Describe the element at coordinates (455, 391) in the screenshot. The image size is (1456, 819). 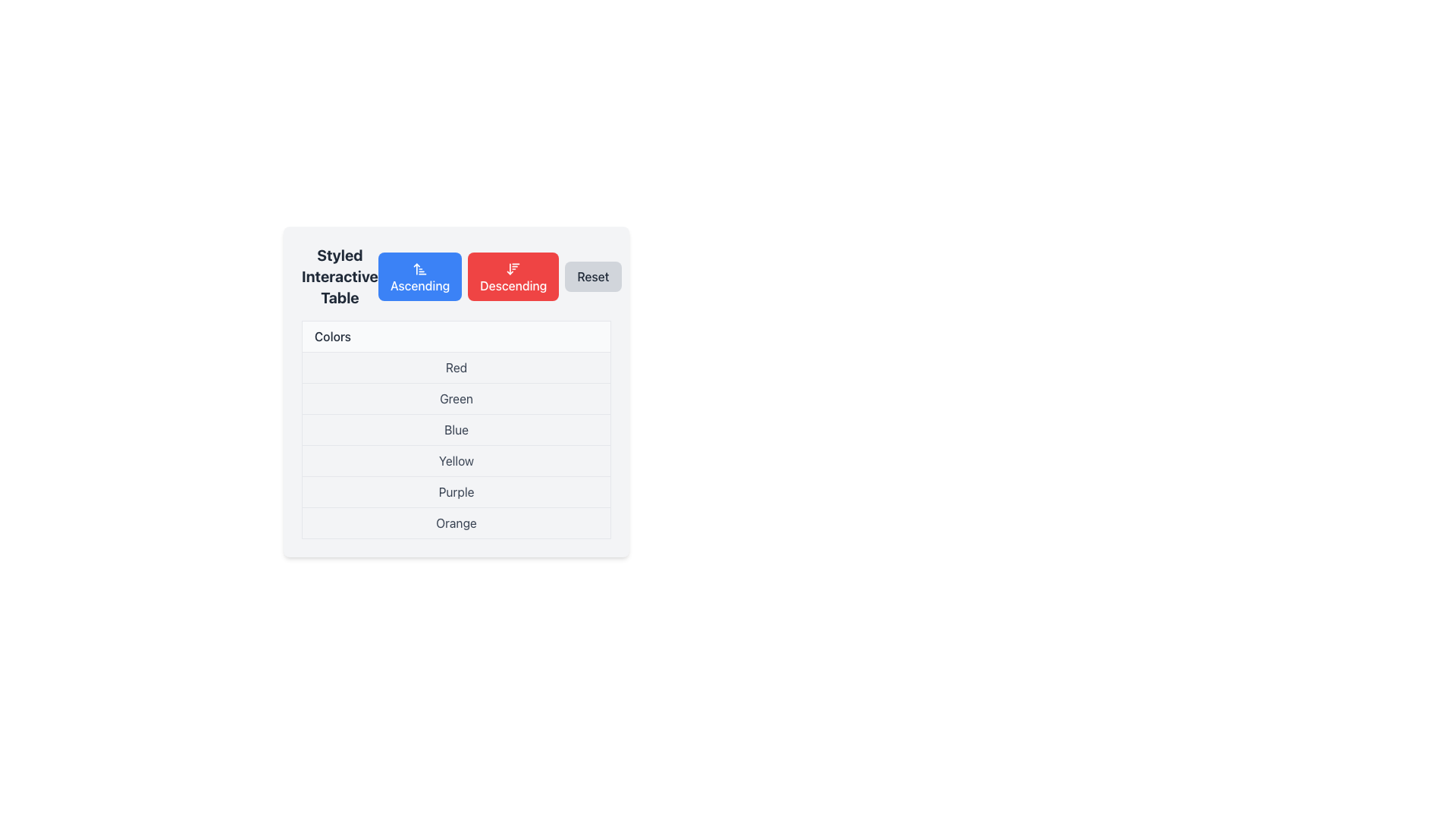
I see `the second row item under the 'Colors' header` at that location.